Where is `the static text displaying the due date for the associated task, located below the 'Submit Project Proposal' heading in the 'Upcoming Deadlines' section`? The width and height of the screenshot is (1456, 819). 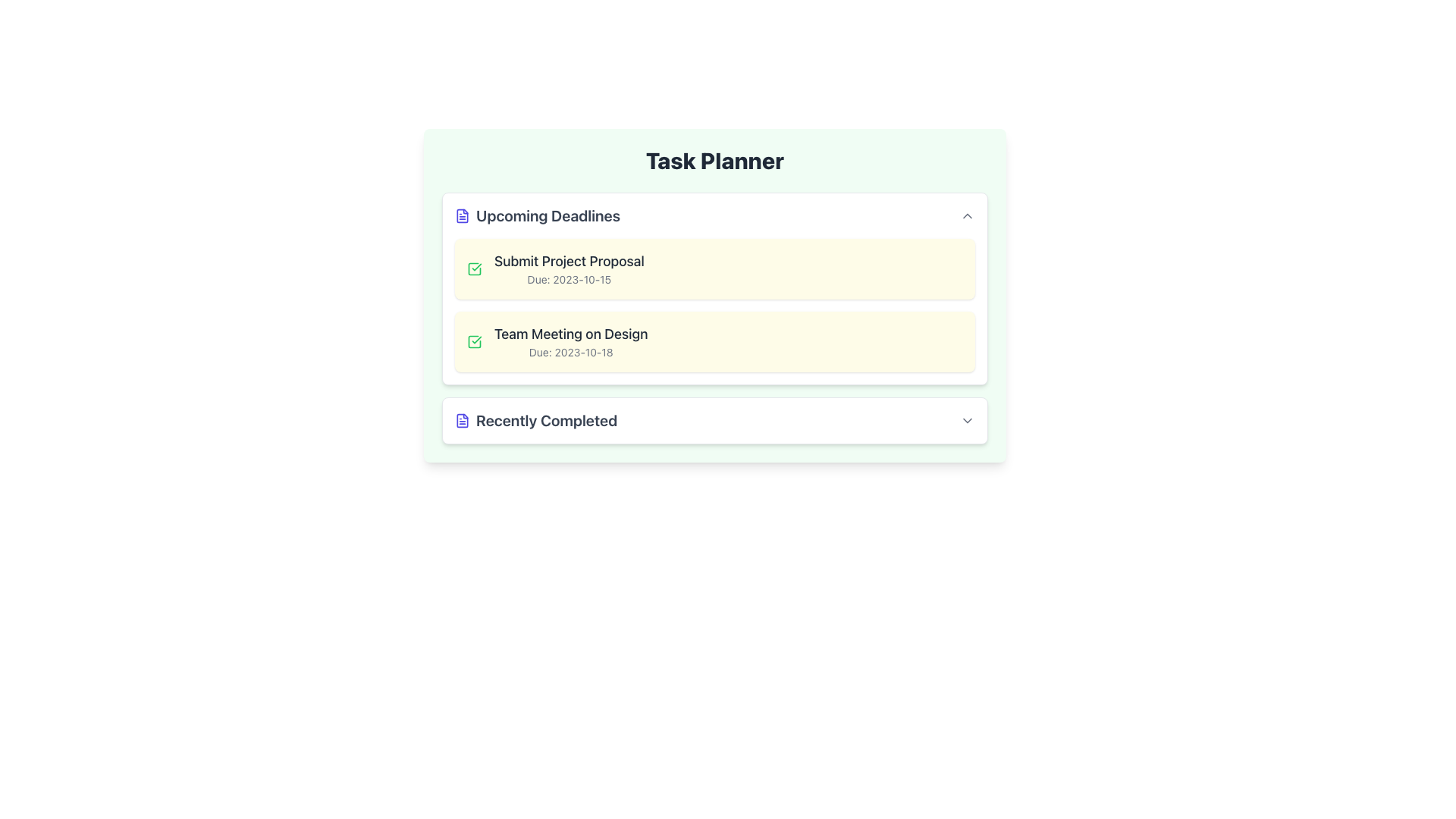
the static text displaying the due date for the associated task, located below the 'Submit Project Proposal' heading in the 'Upcoming Deadlines' section is located at coordinates (568, 280).